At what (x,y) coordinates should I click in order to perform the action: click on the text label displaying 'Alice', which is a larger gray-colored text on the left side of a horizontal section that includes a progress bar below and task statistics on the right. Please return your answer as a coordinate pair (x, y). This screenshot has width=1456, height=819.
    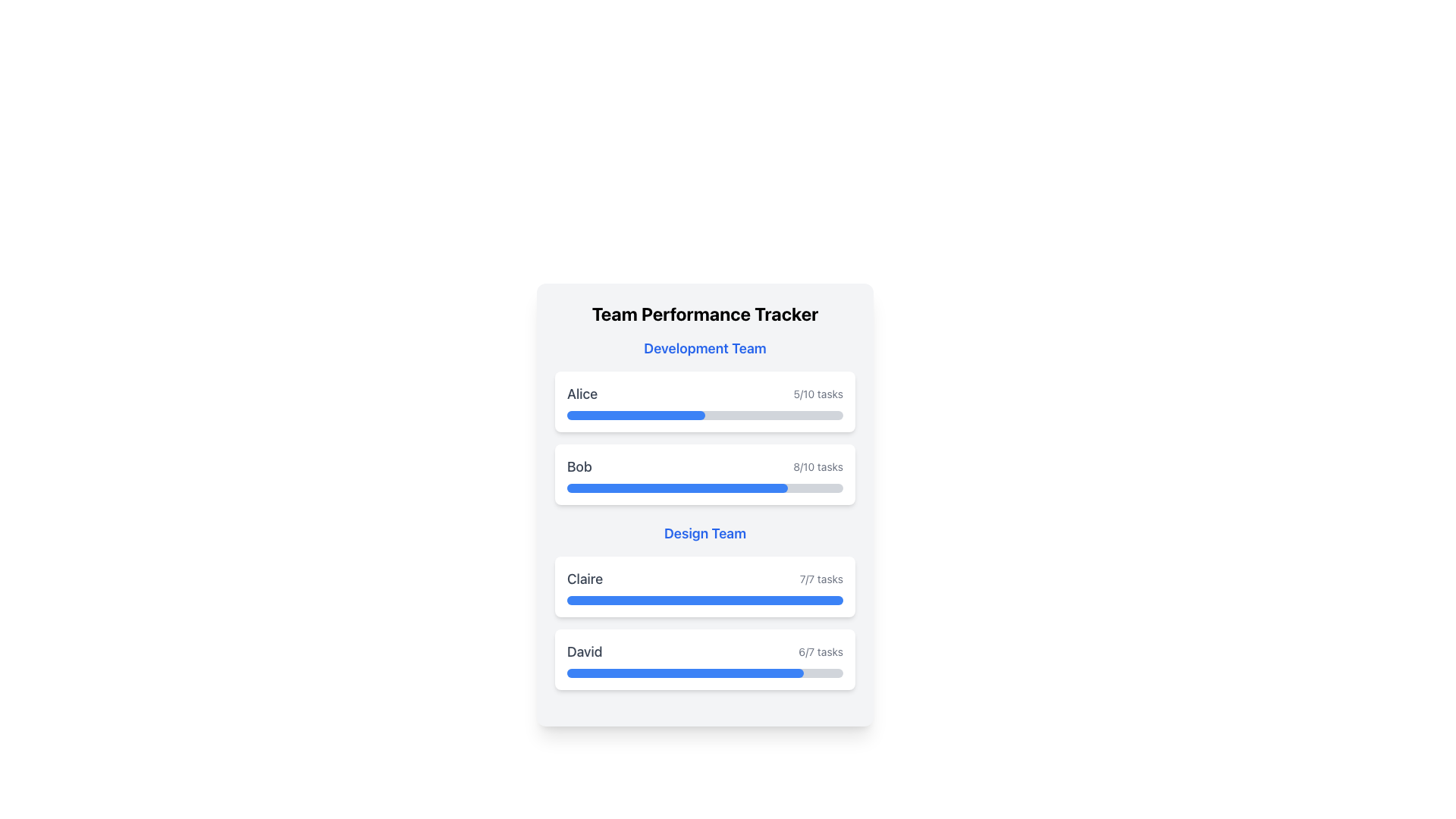
    Looking at the image, I should click on (582, 394).